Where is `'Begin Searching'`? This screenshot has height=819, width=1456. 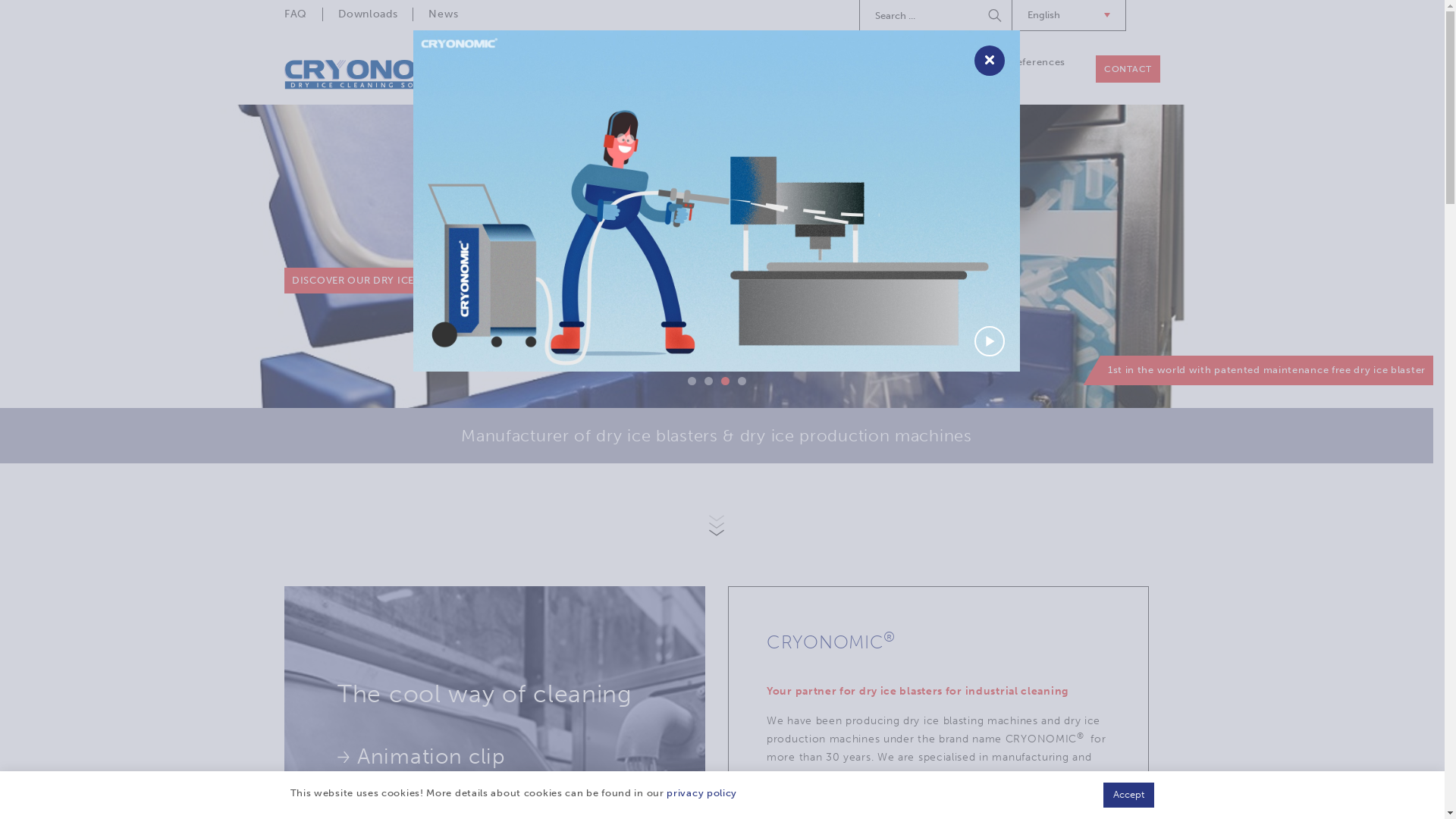 'Begin Searching' is located at coordinates (981, 14).